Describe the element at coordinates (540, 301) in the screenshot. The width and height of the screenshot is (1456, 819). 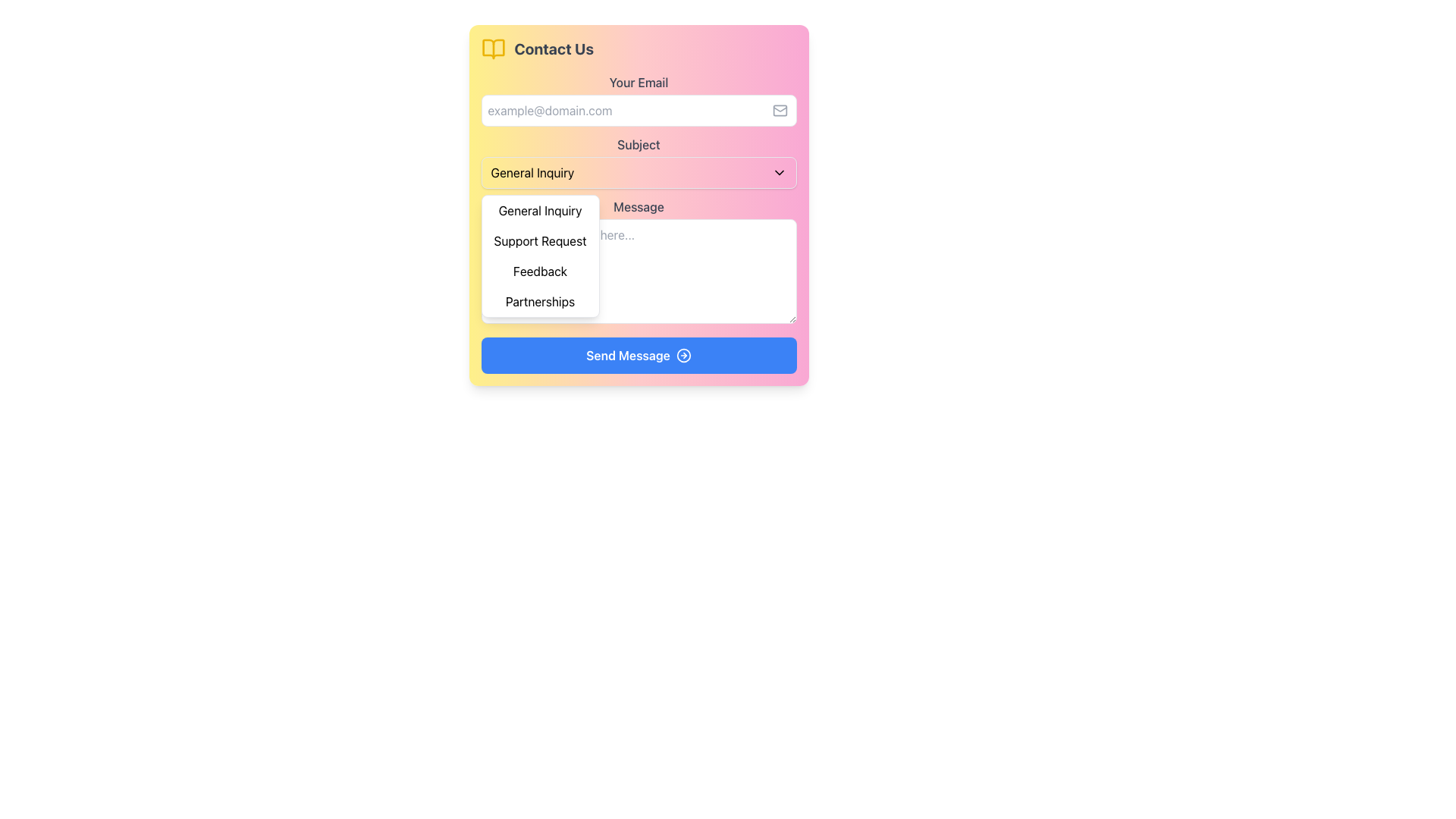
I see `the selectable dropdown option for 'Partnerships' in the fourth position of the dropdown list` at that location.